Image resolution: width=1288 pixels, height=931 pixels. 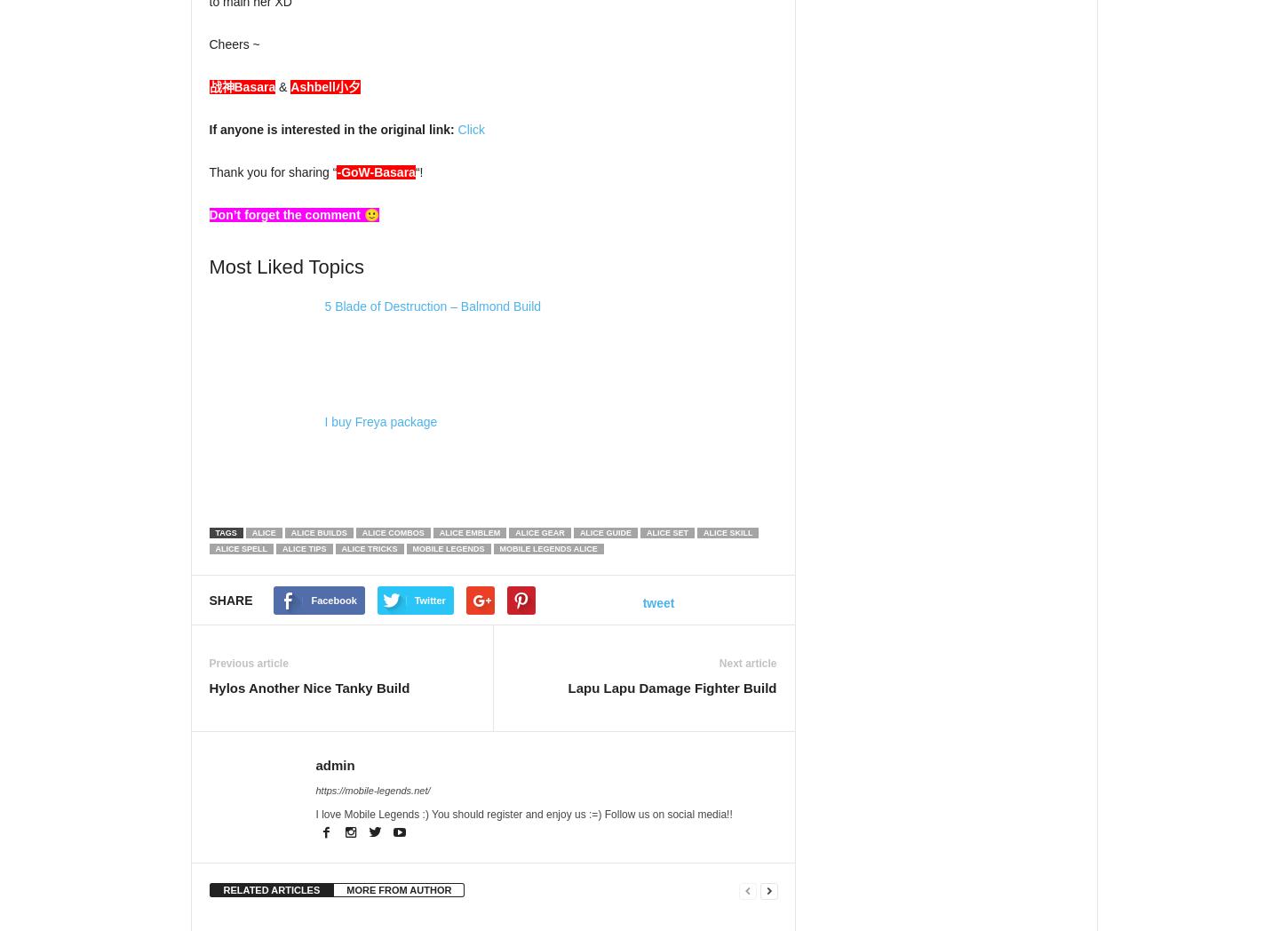 I want to click on 'Lapu Lapu Damage Fighter Build', so click(x=667, y=687).